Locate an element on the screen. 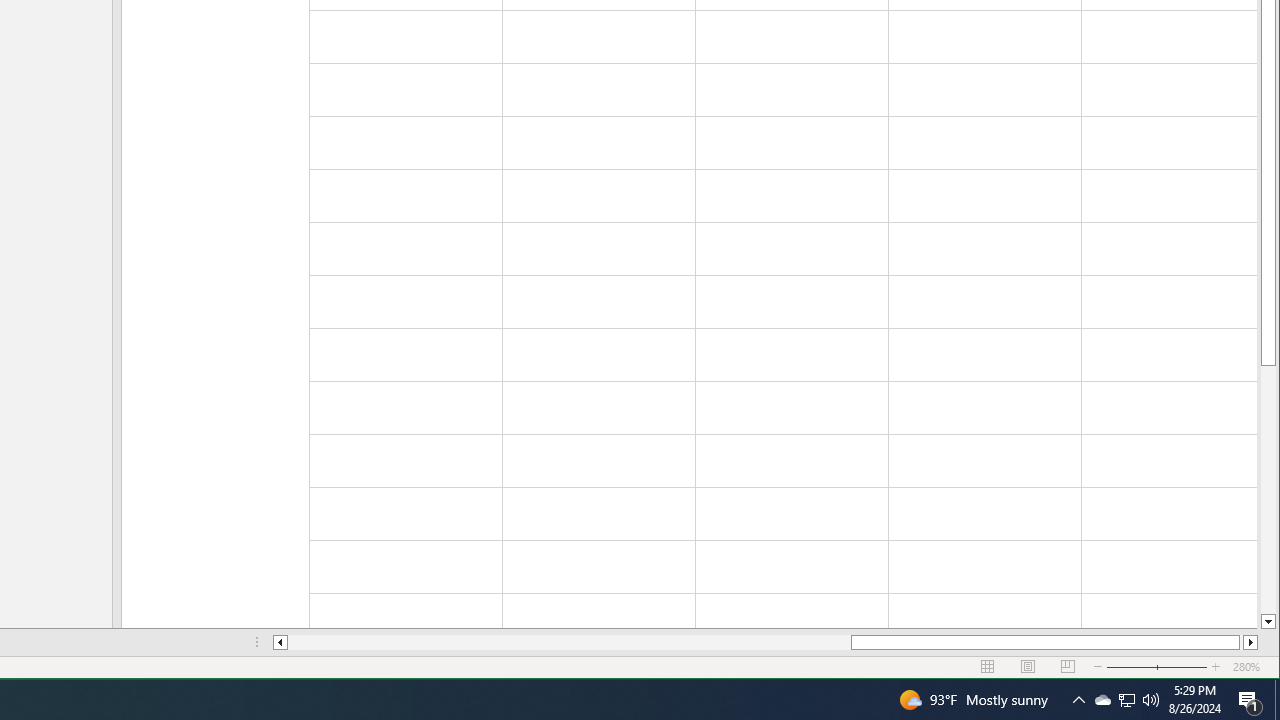 Image resolution: width=1280 pixels, height=720 pixels. 'Action Center, 1 new notification' is located at coordinates (1250, 698).